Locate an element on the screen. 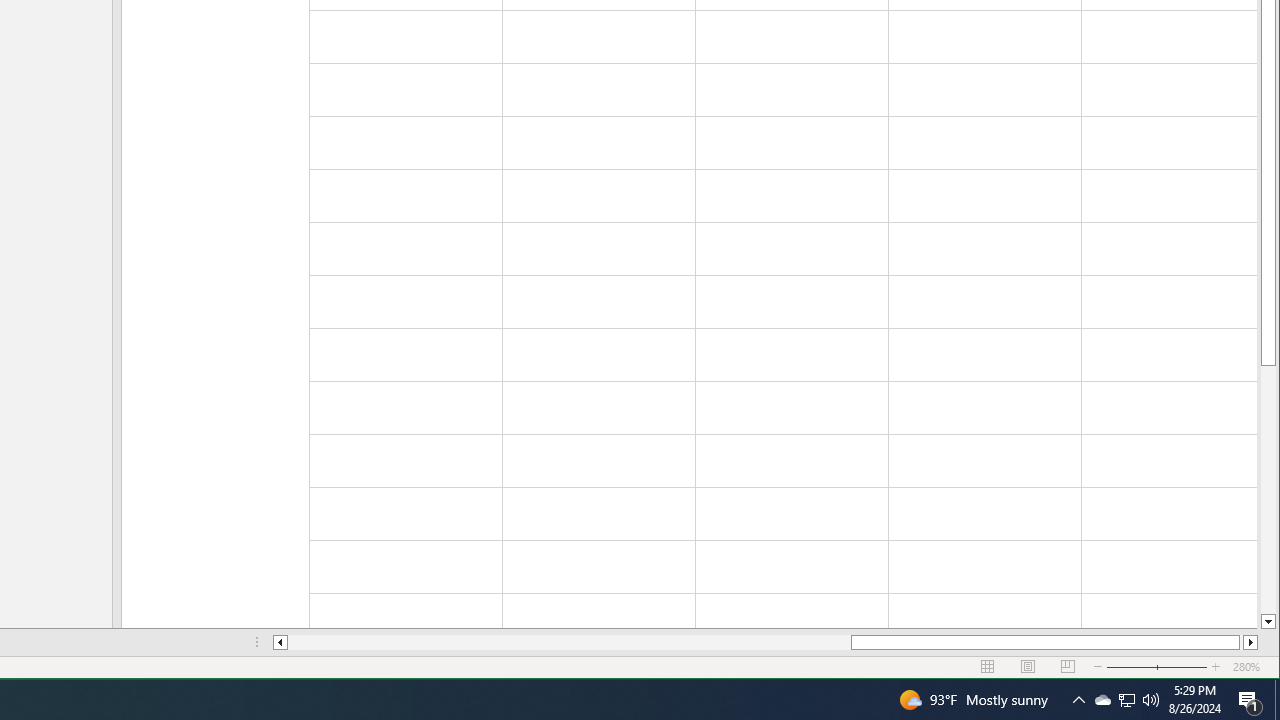 Image resolution: width=1280 pixels, height=720 pixels. 'Action Center, 1 new notification' is located at coordinates (1250, 698).